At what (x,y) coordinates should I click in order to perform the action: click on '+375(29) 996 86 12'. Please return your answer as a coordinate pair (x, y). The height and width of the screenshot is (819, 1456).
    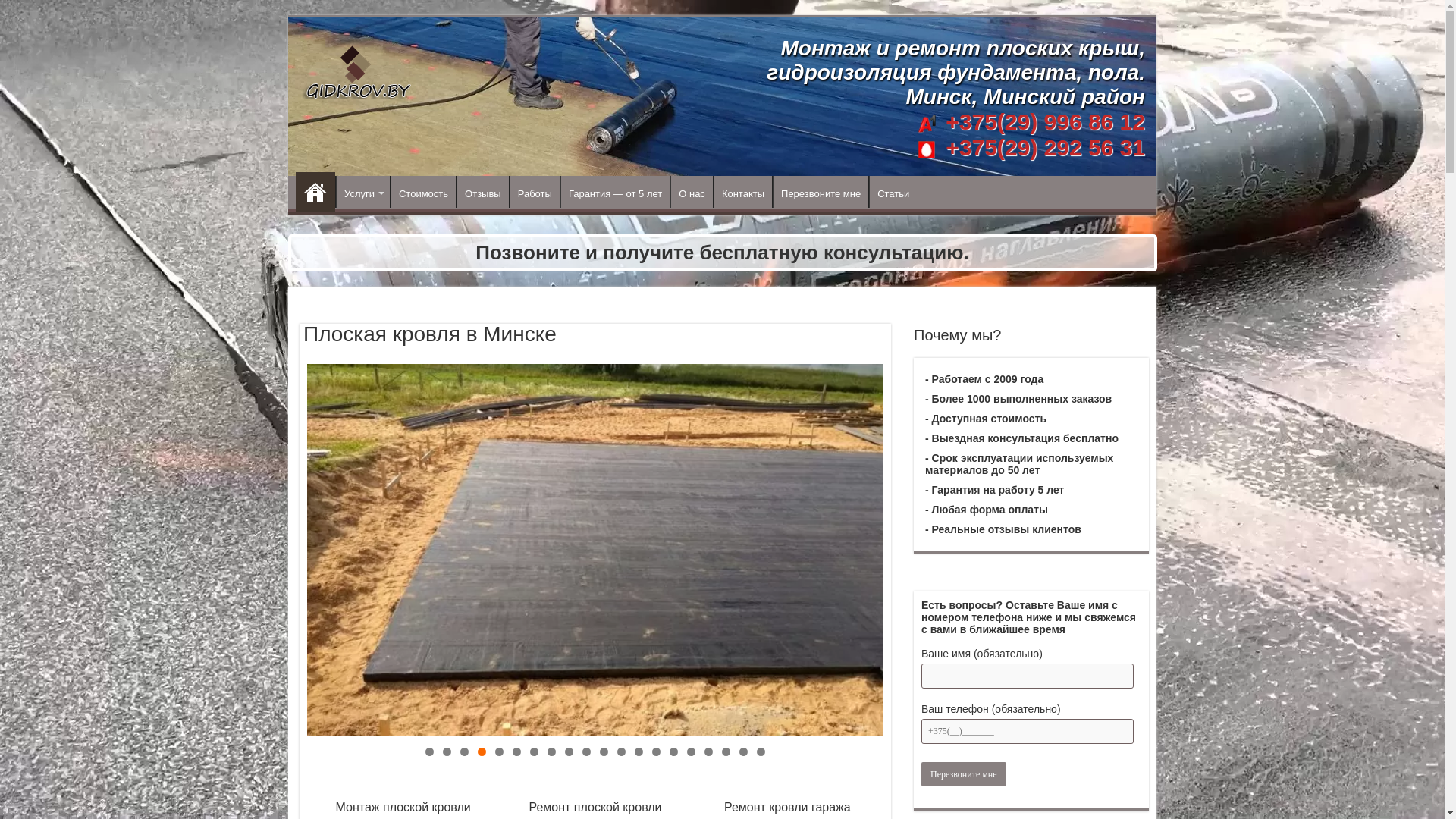
    Looking at the image, I should click on (1044, 121).